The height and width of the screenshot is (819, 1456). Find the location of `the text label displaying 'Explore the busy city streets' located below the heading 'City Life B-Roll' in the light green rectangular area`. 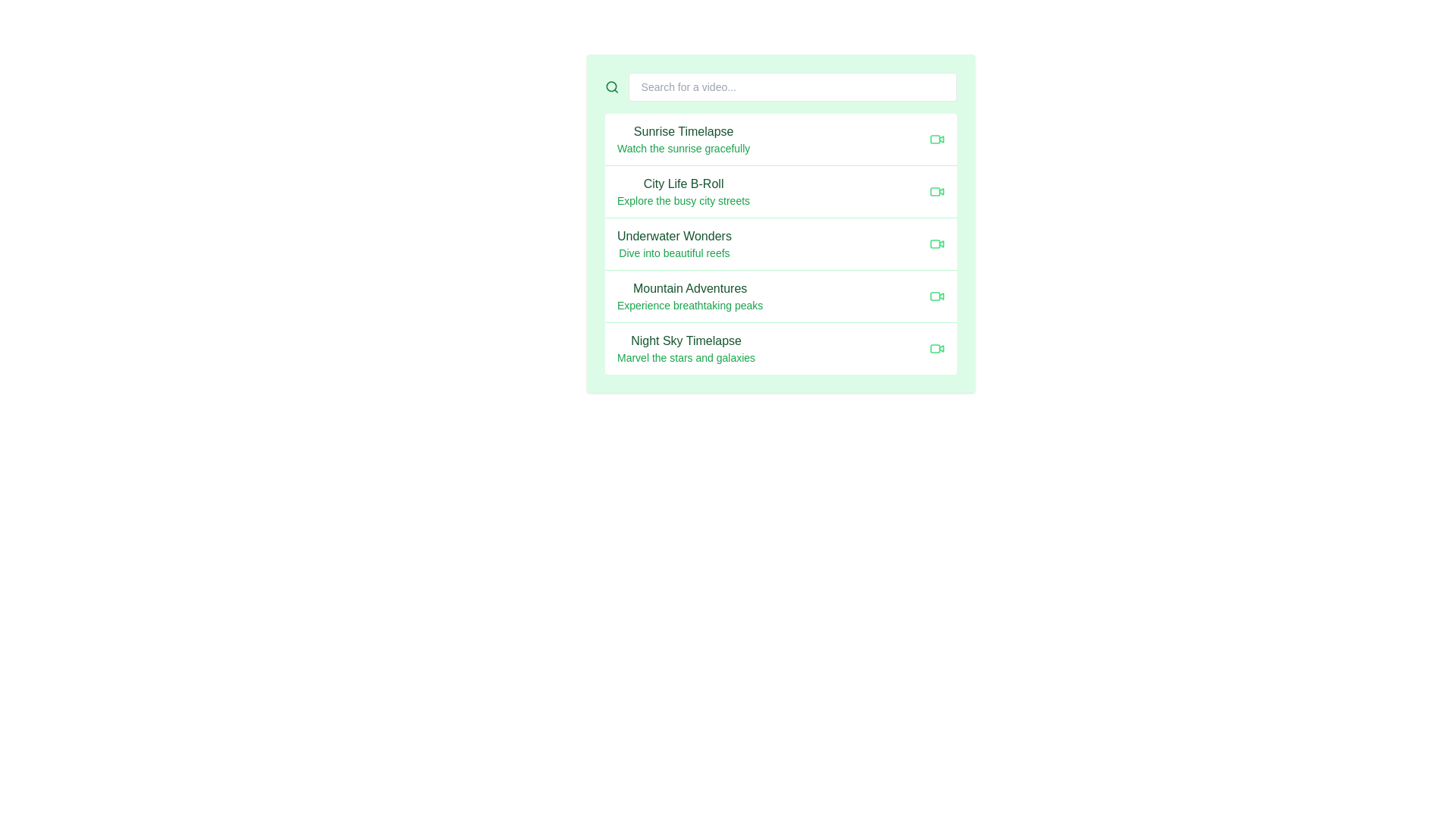

the text label displaying 'Explore the busy city streets' located below the heading 'City Life B-Roll' in the light green rectangular area is located at coordinates (682, 200).